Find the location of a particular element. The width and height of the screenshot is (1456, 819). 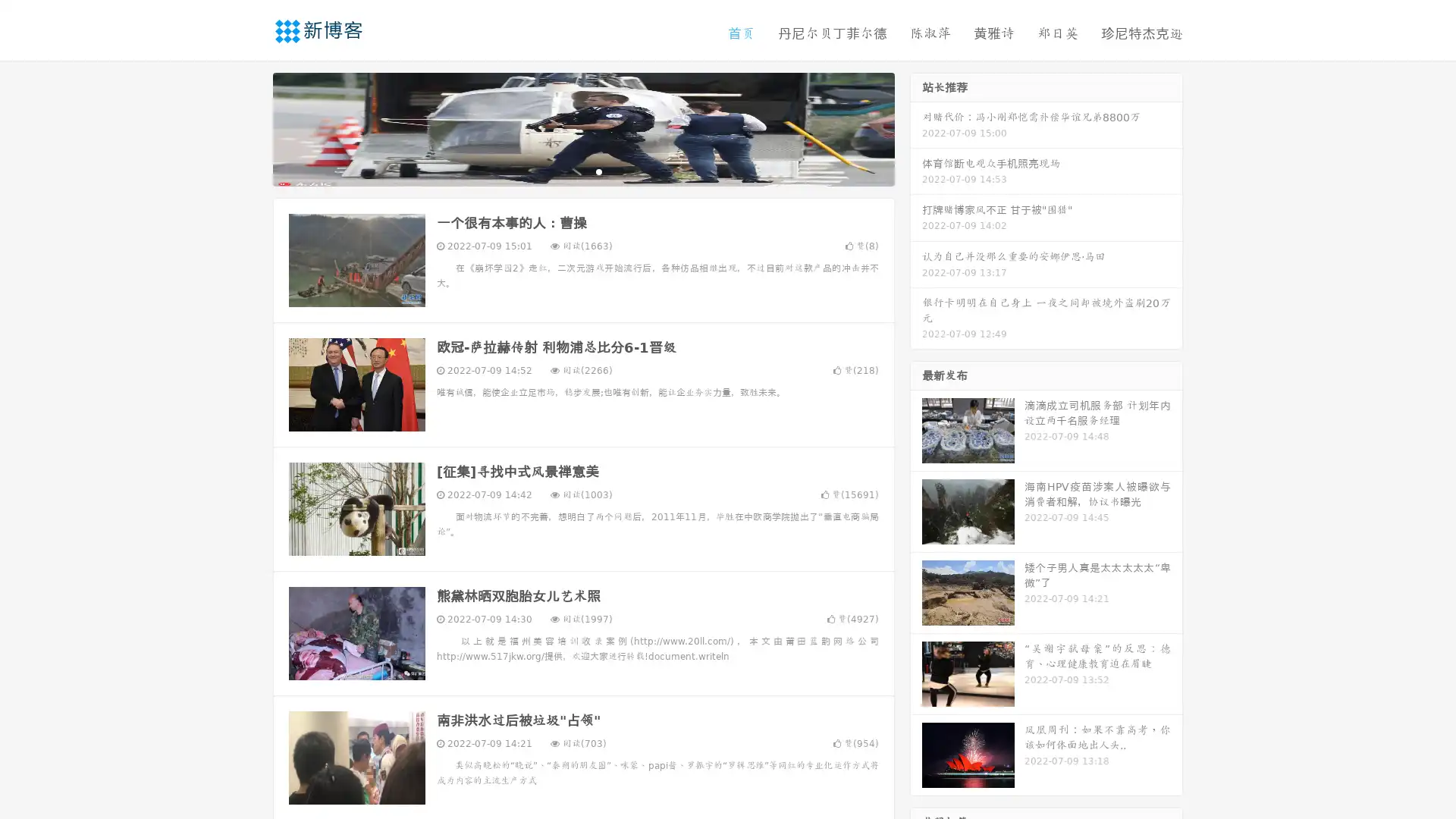

Go to slide 2 is located at coordinates (582, 171).